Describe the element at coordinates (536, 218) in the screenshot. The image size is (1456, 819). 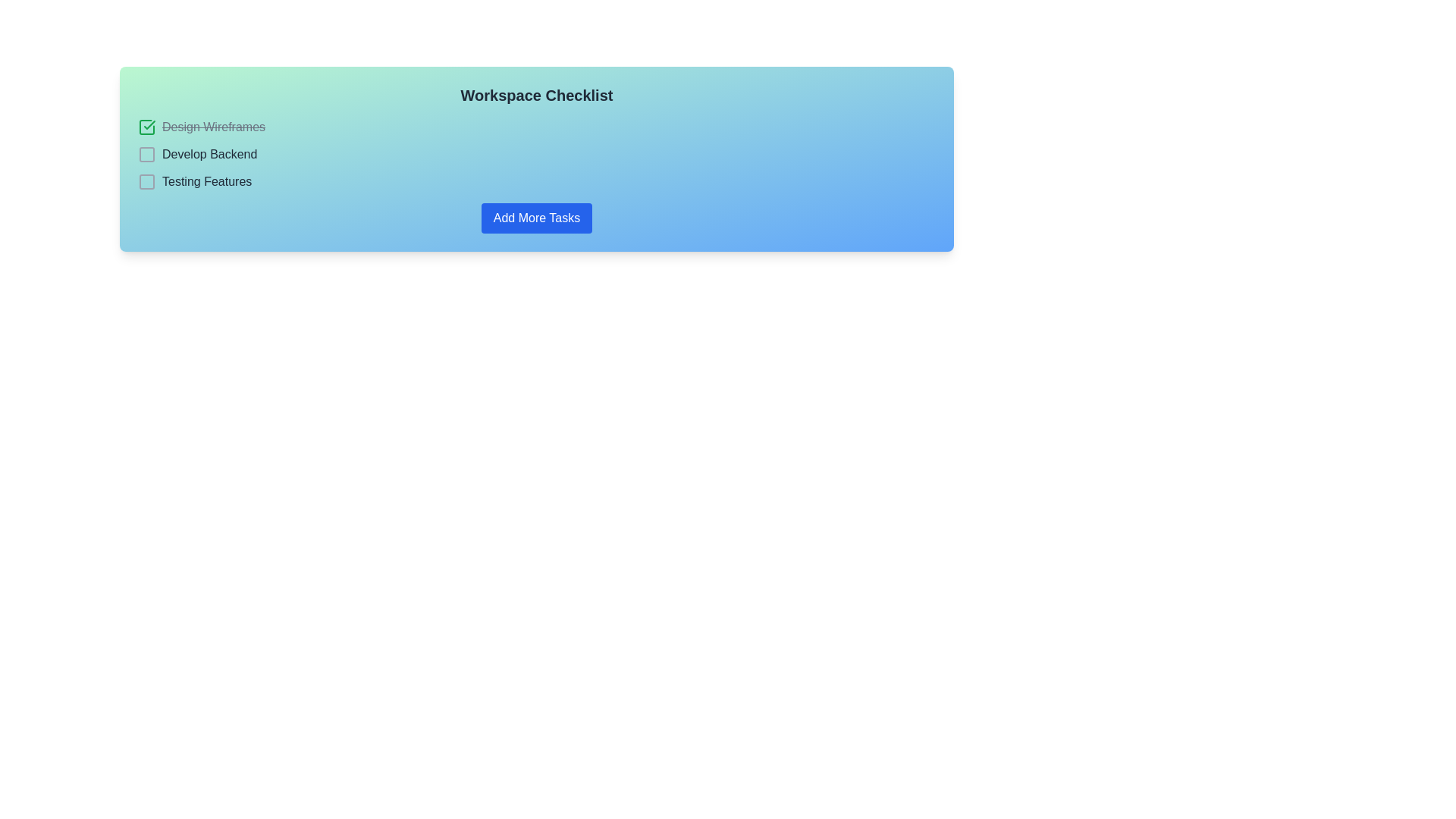
I see `the 'Add More Tasks' button to add a new task` at that location.